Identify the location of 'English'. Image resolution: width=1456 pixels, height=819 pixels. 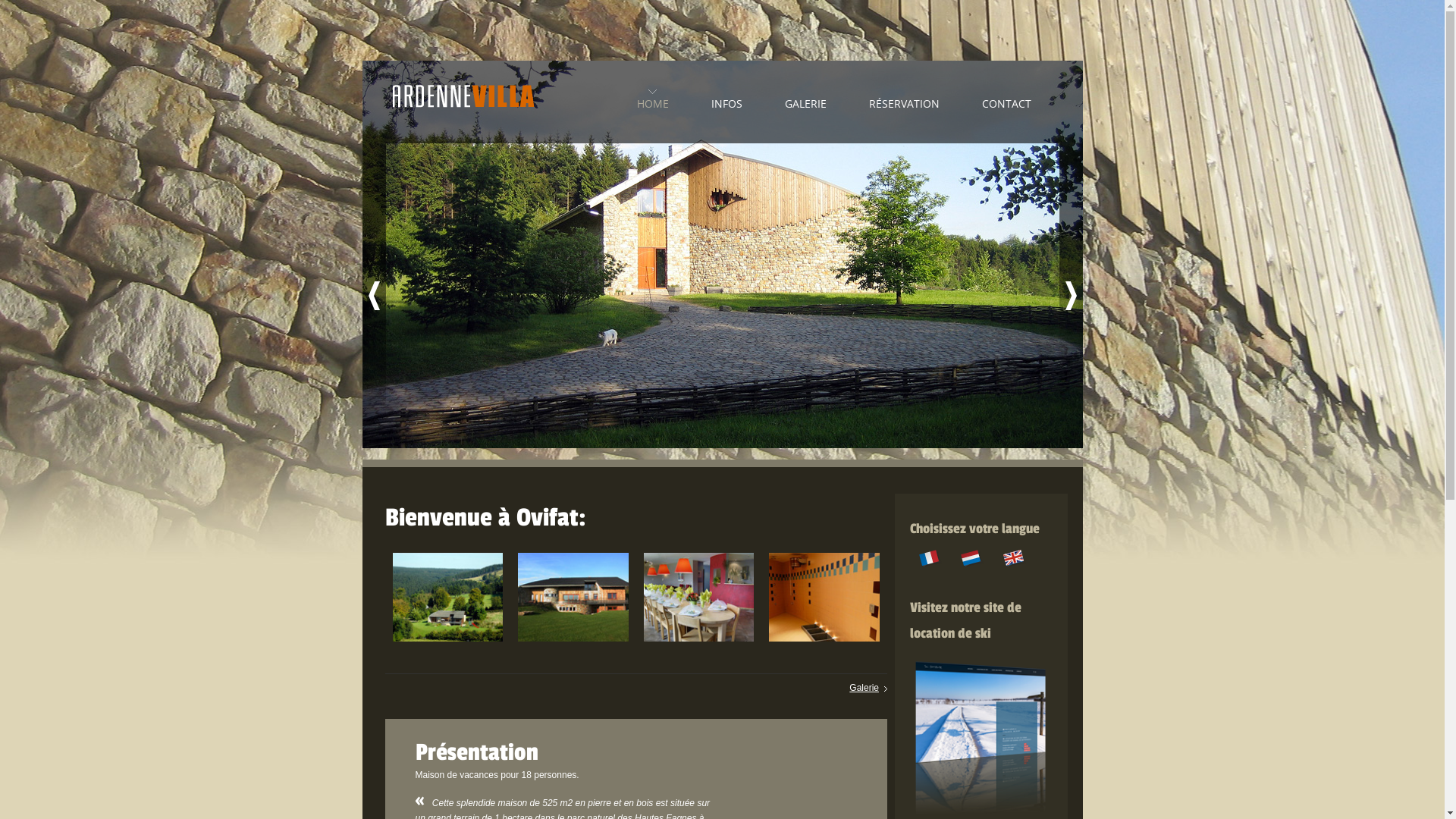
(1014, 557).